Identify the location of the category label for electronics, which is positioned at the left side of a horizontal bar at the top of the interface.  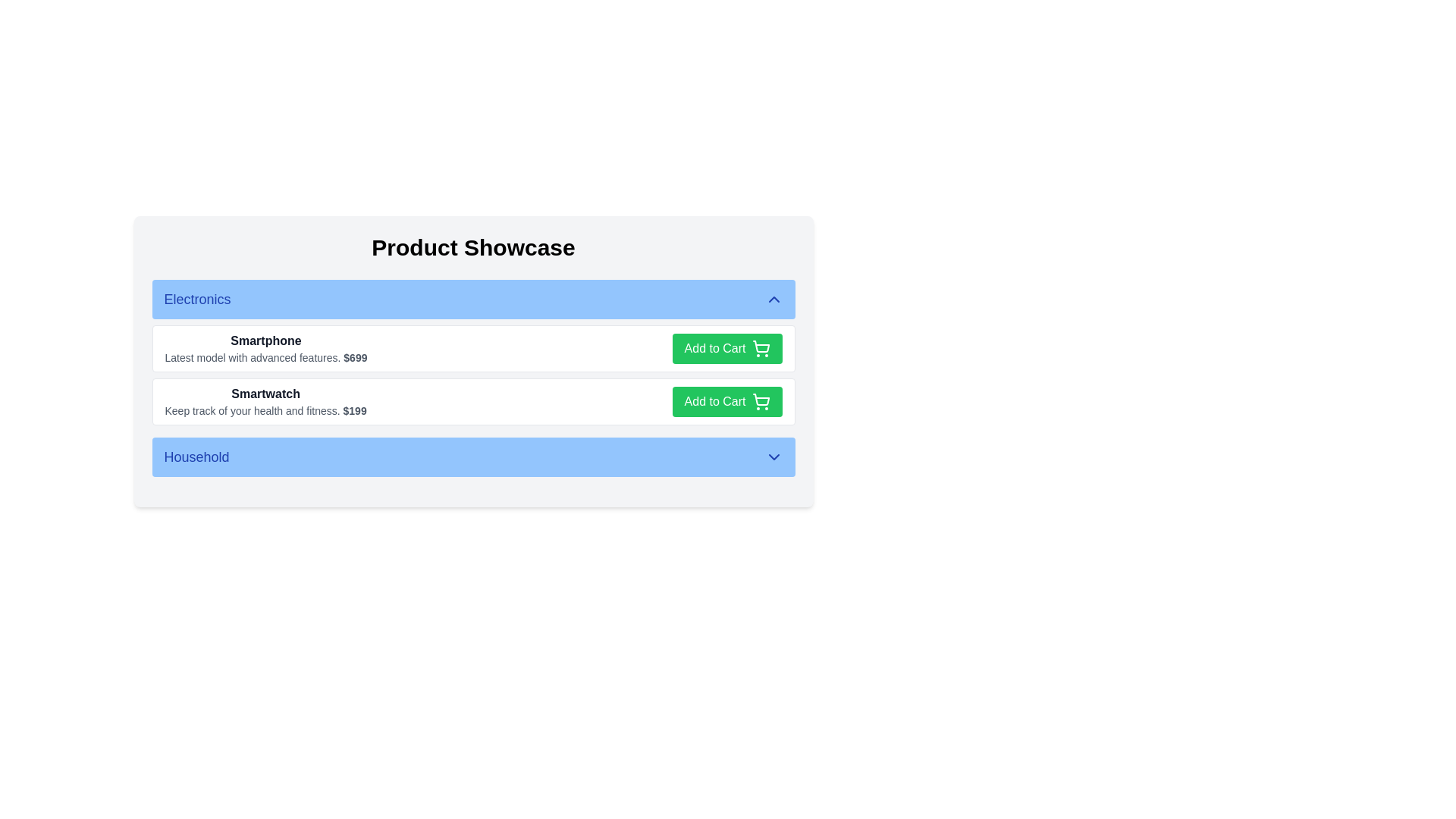
(196, 299).